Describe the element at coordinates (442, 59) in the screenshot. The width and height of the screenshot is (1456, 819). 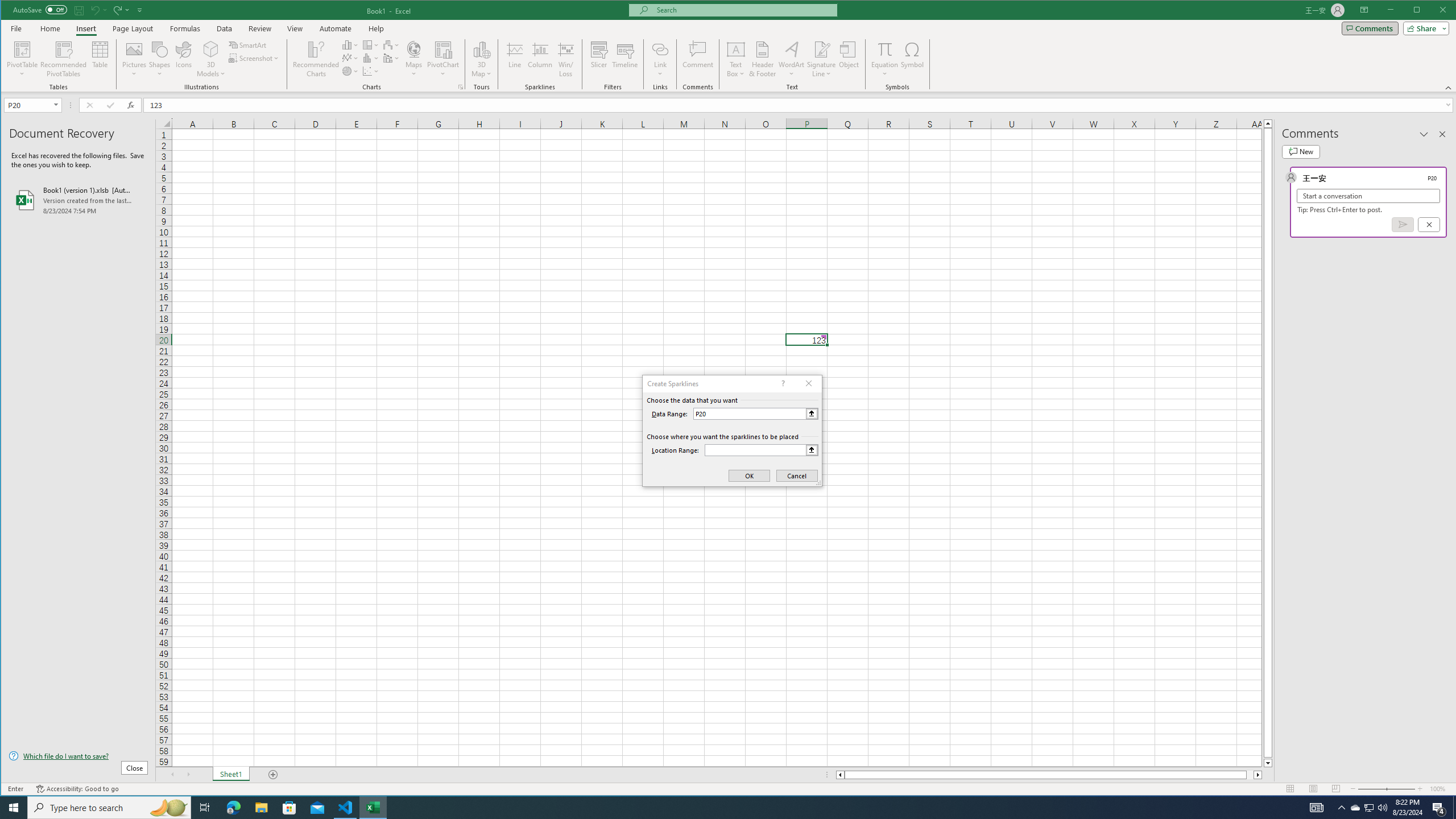
I see `'PivotChart'` at that location.